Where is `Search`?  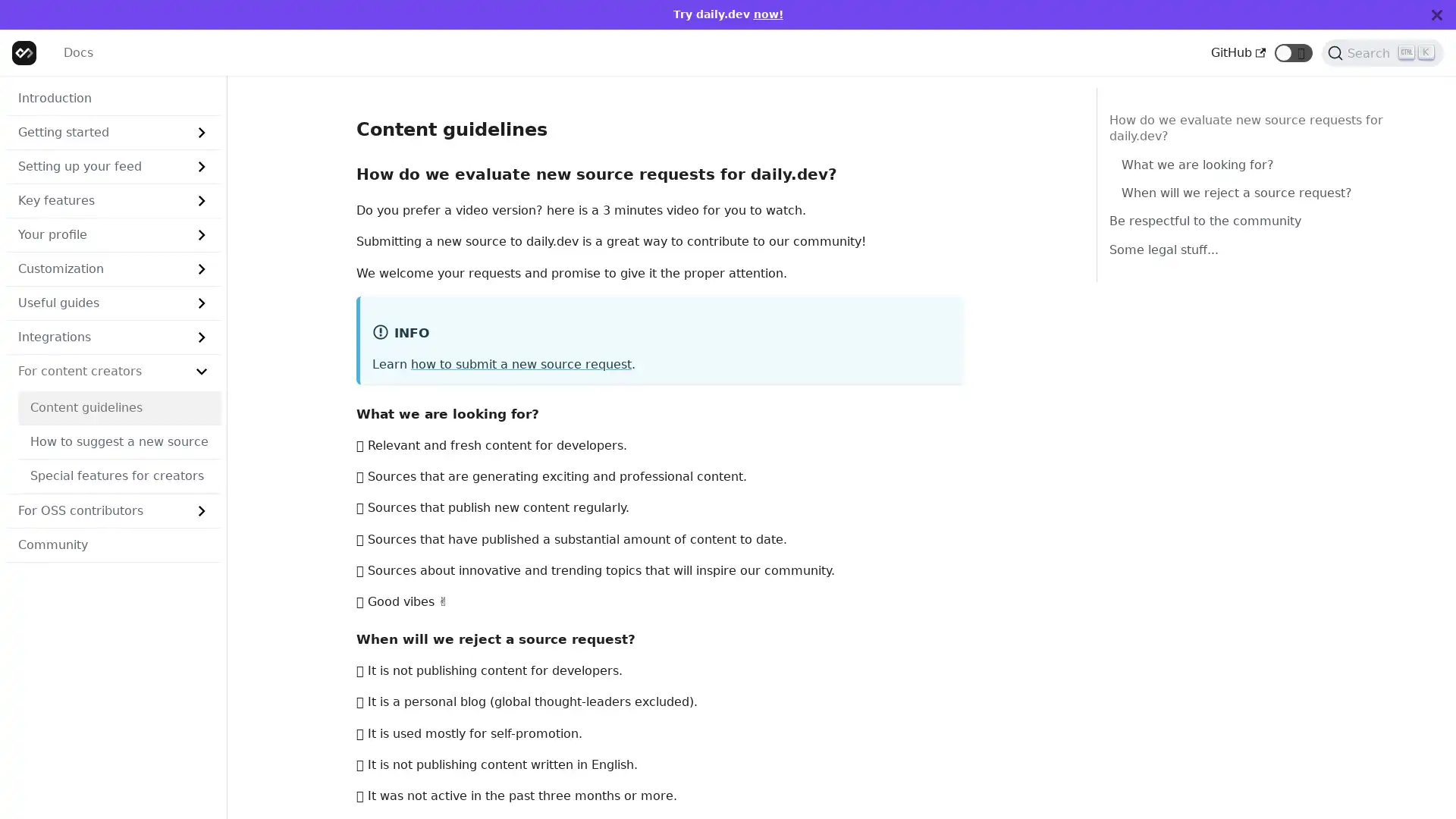
Search is located at coordinates (1382, 52).